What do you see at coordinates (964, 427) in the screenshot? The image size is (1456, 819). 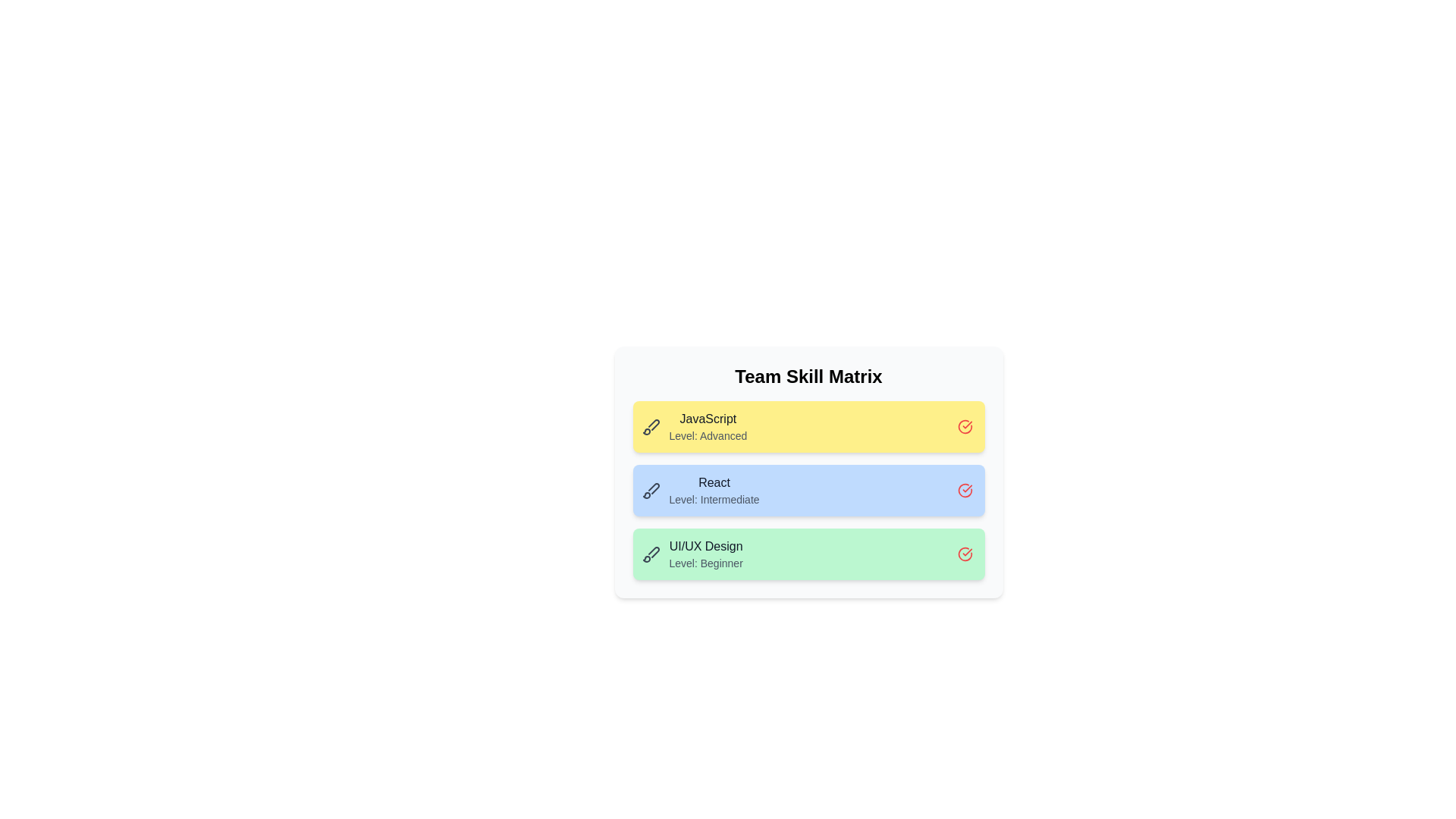 I see `the skill JavaScript from the list` at bounding box center [964, 427].